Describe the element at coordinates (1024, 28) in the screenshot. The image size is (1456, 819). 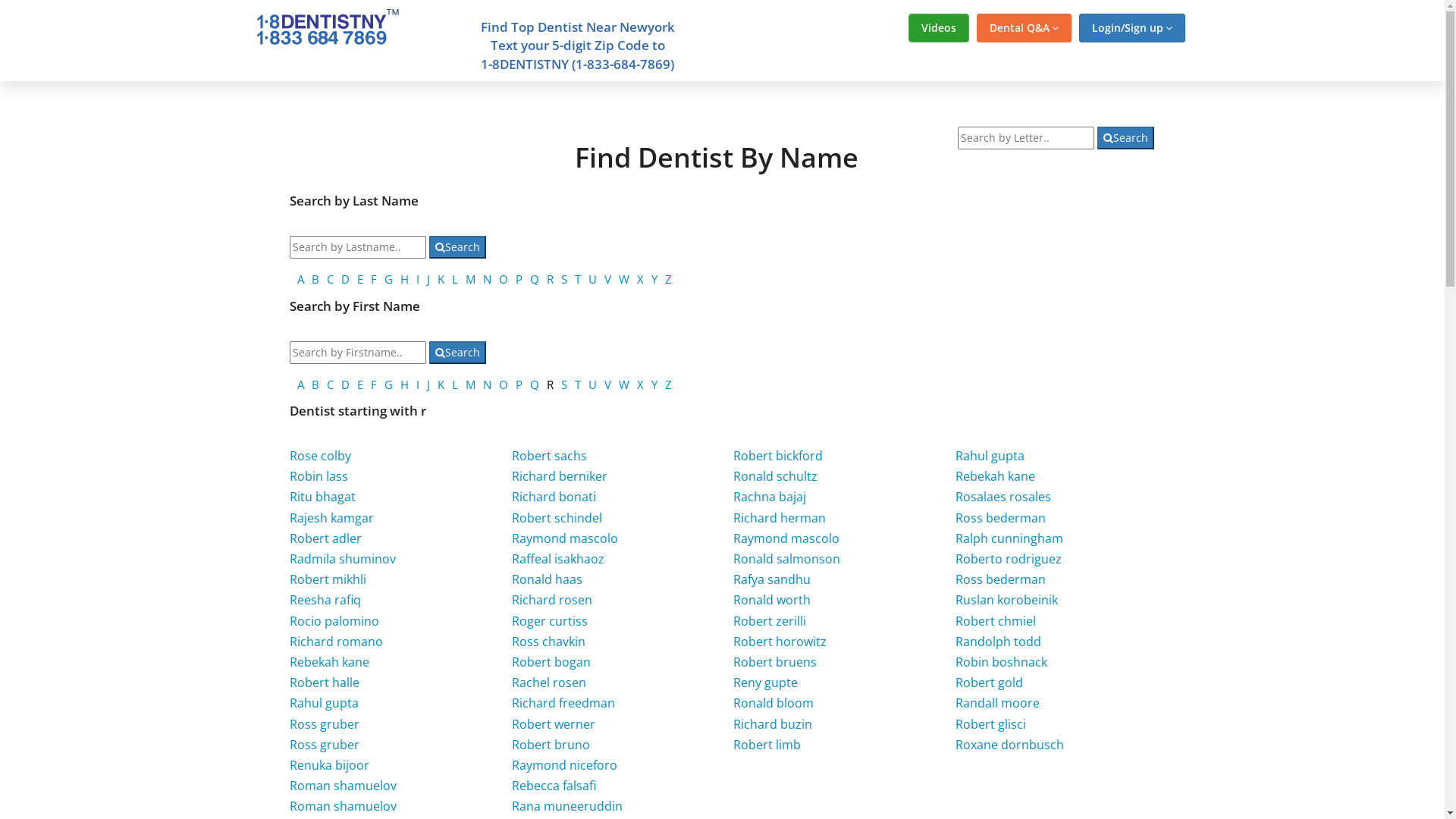
I see `'Dental Q&A'` at that location.